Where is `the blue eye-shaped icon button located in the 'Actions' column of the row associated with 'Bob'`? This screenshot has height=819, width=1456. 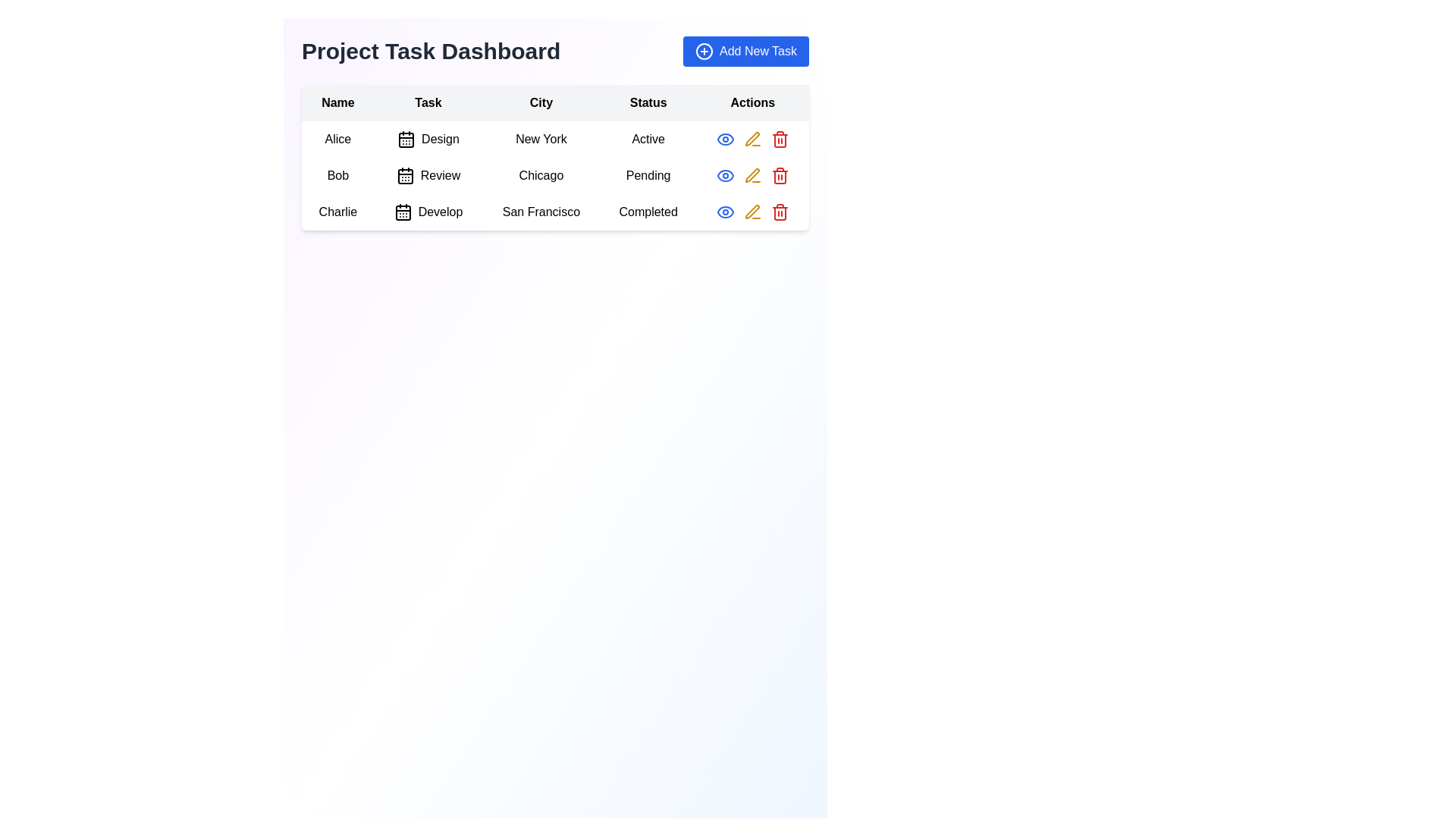
the blue eye-shaped icon button located in the 'Actions' column of the row associated with 'Bob' is located at coordinates (724, 174).